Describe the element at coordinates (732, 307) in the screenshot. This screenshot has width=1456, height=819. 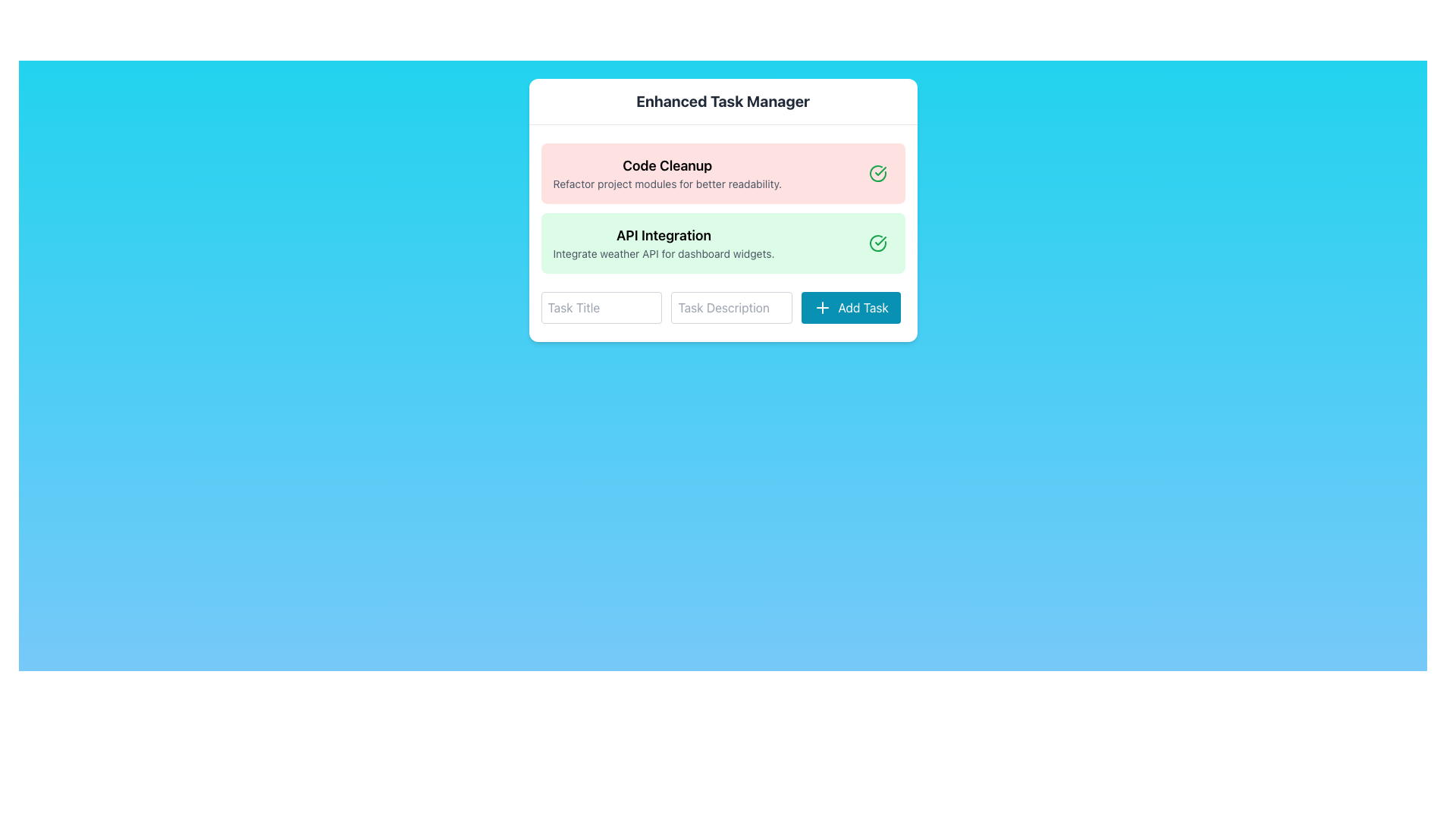
I see `the text input field with the placeholder 'Task Description' to focus on it` at that location.